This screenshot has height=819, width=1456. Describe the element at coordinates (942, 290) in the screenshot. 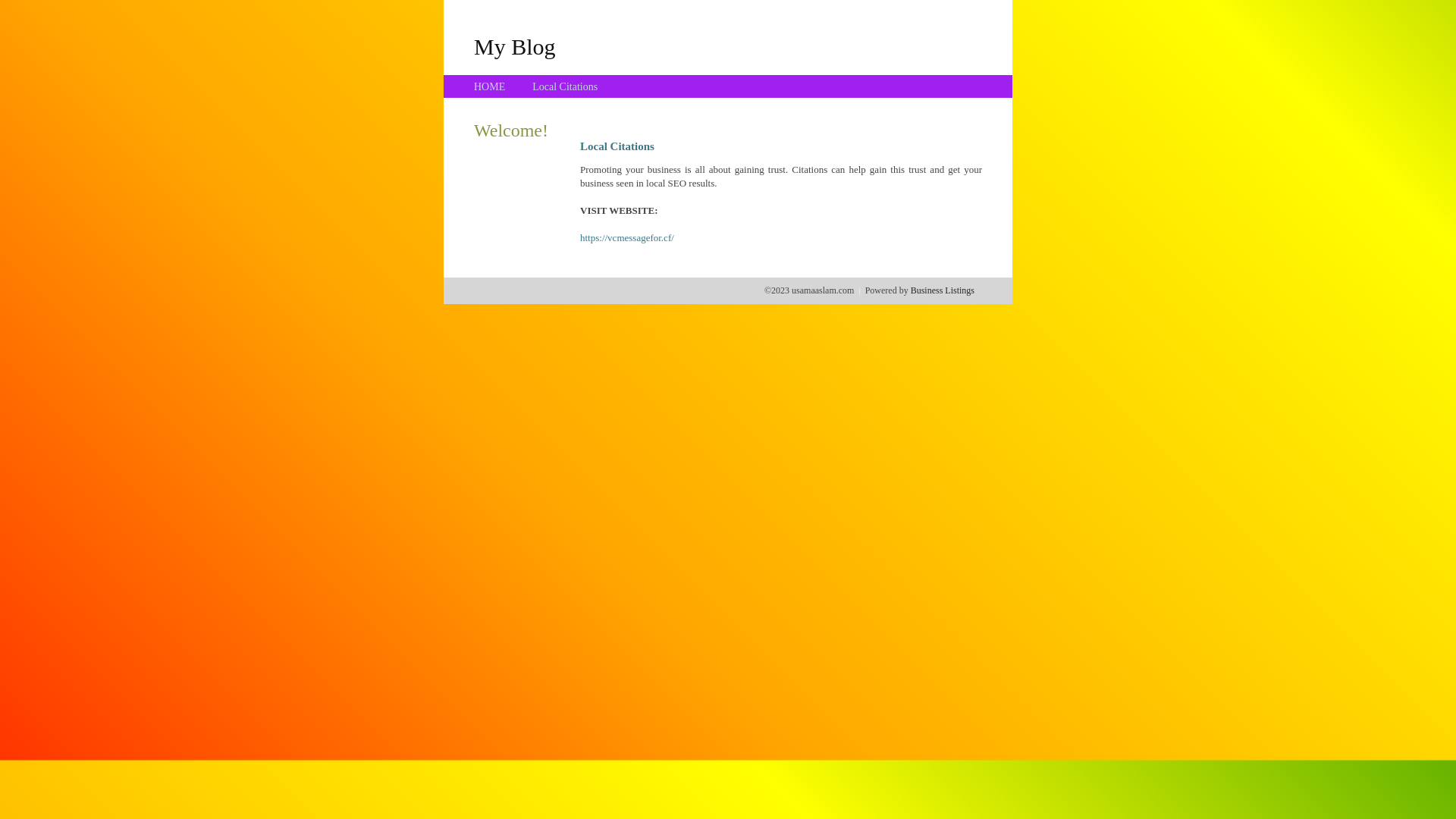

I see `'Business Listings'` at that location.